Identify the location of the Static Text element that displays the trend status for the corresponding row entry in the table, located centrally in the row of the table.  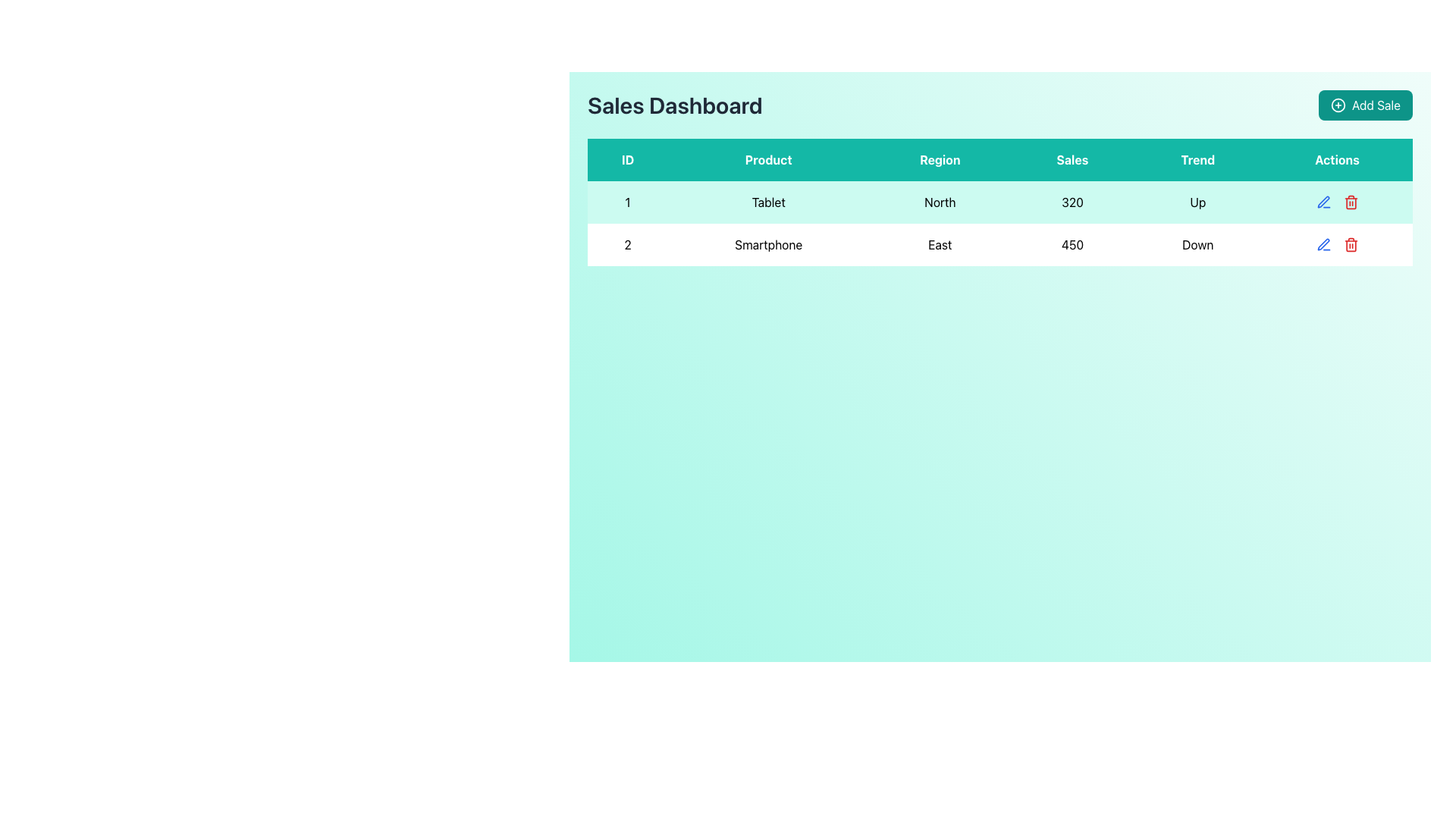
(1197, 244).